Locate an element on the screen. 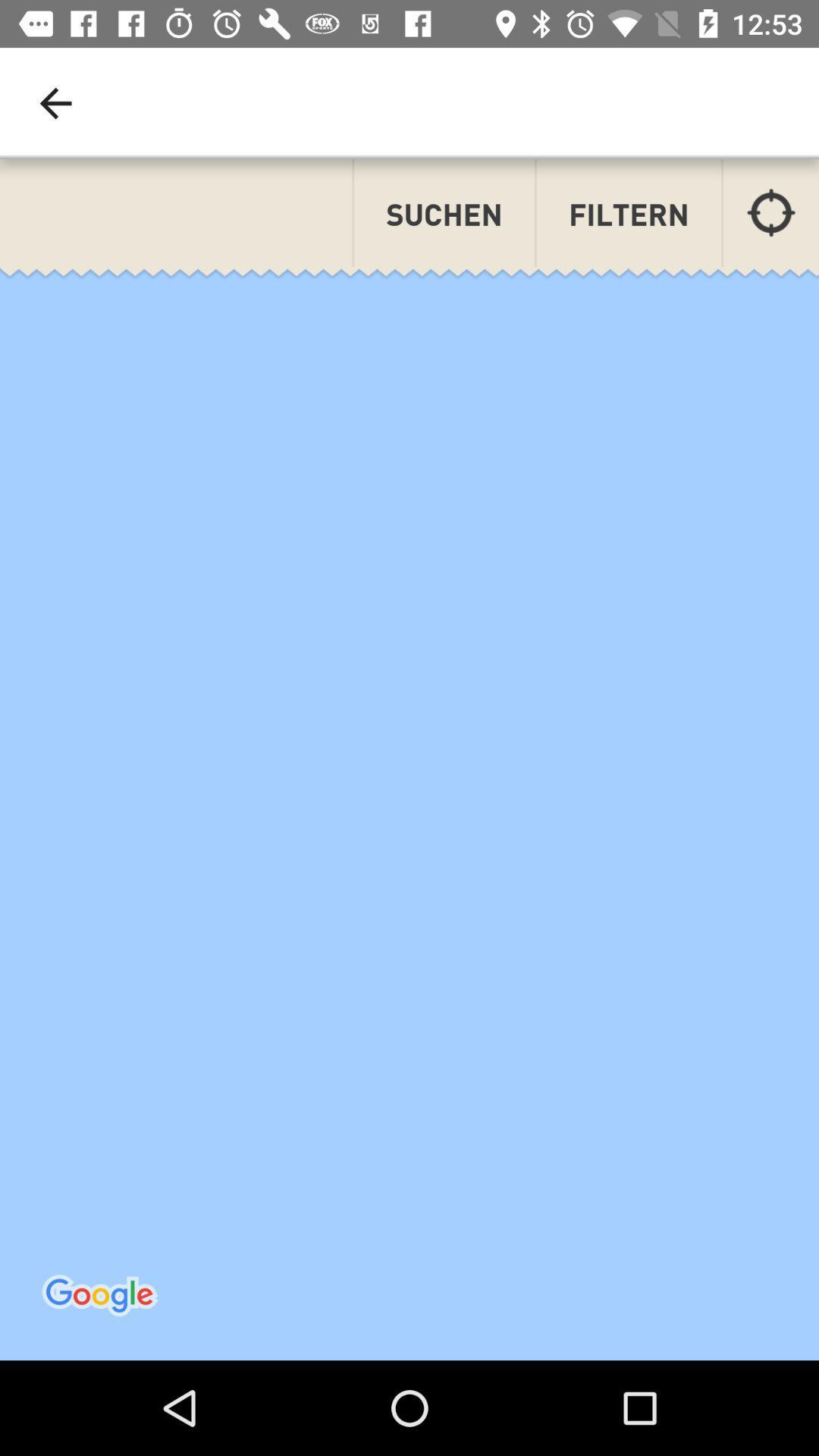 The image size is (819, 1456). the location_crosshair icon is located at coordinates (771, 212).